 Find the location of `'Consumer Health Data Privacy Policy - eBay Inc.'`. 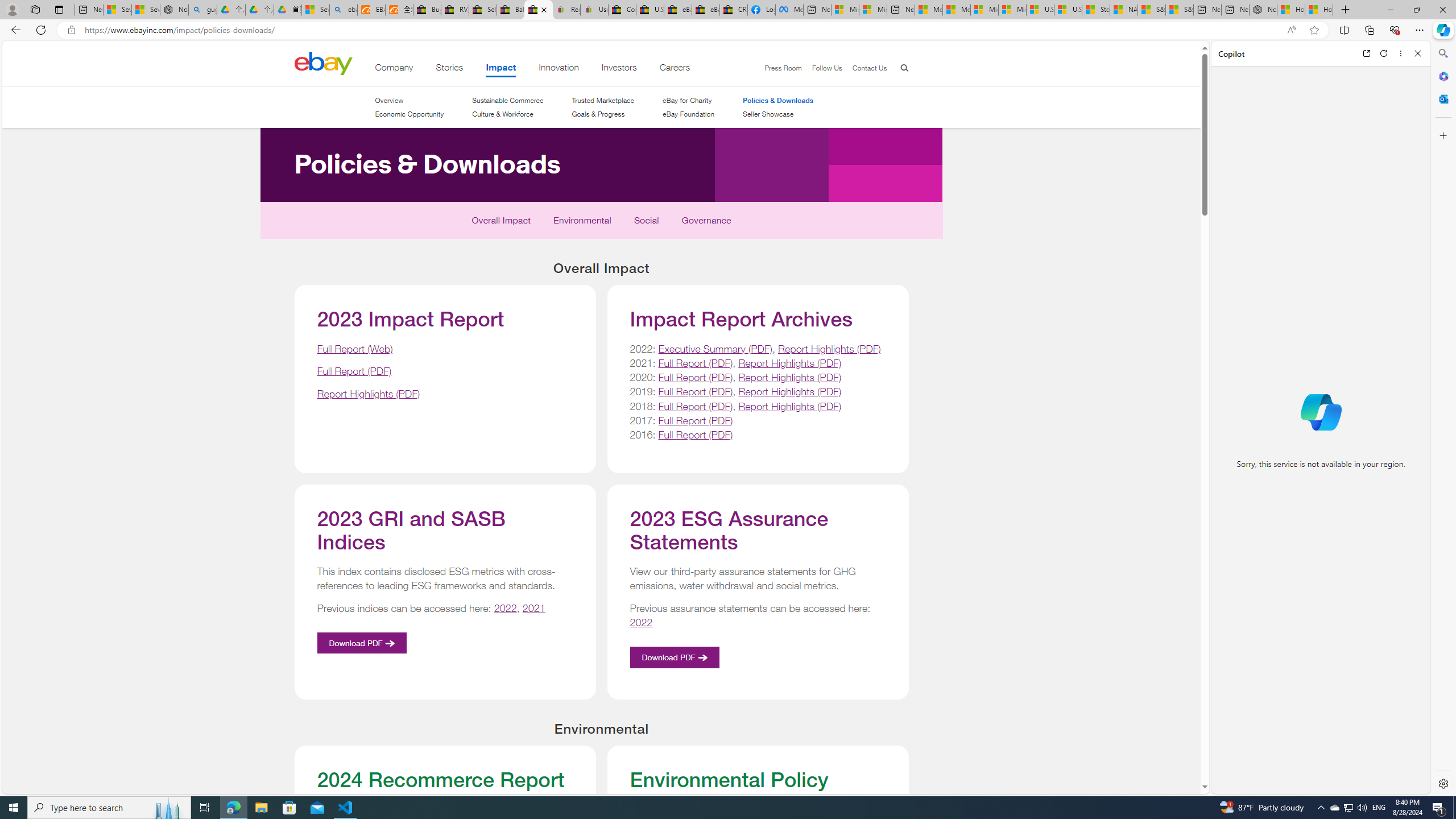

'Consumer Health Data Privacy Policy - eBay Inc.' is located at coordinates (621, 9).